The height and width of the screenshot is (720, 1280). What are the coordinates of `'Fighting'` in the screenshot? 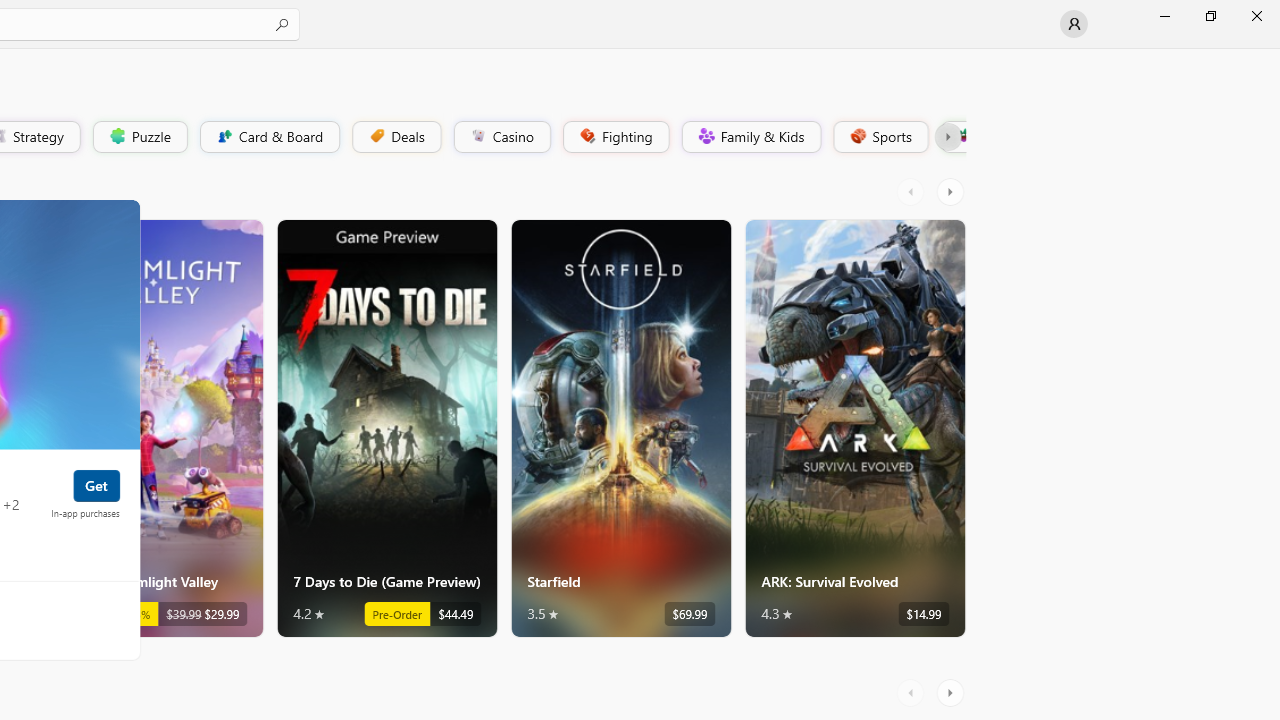 It's located at (614, 135).